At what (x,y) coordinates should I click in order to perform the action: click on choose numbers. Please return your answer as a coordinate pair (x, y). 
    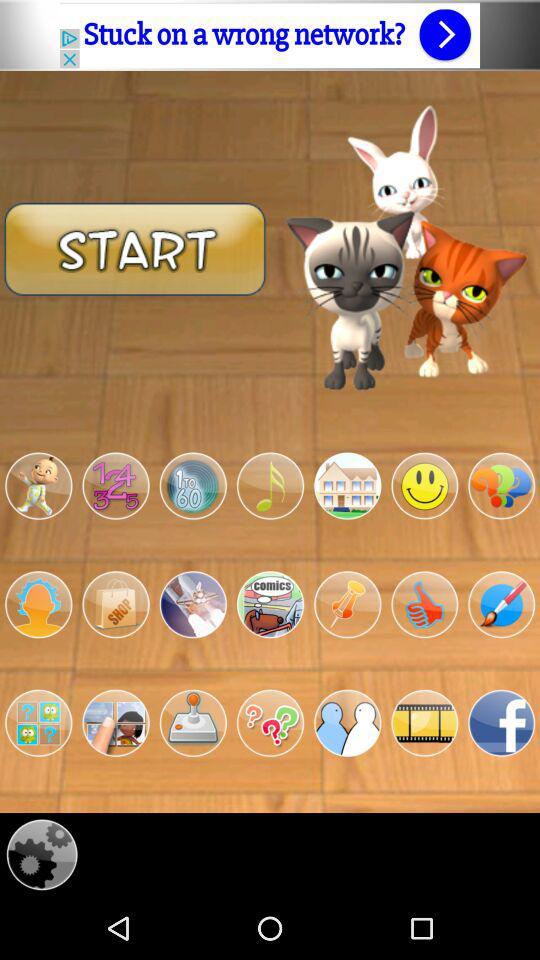
    Looking at the image, I should click on (115, 485).